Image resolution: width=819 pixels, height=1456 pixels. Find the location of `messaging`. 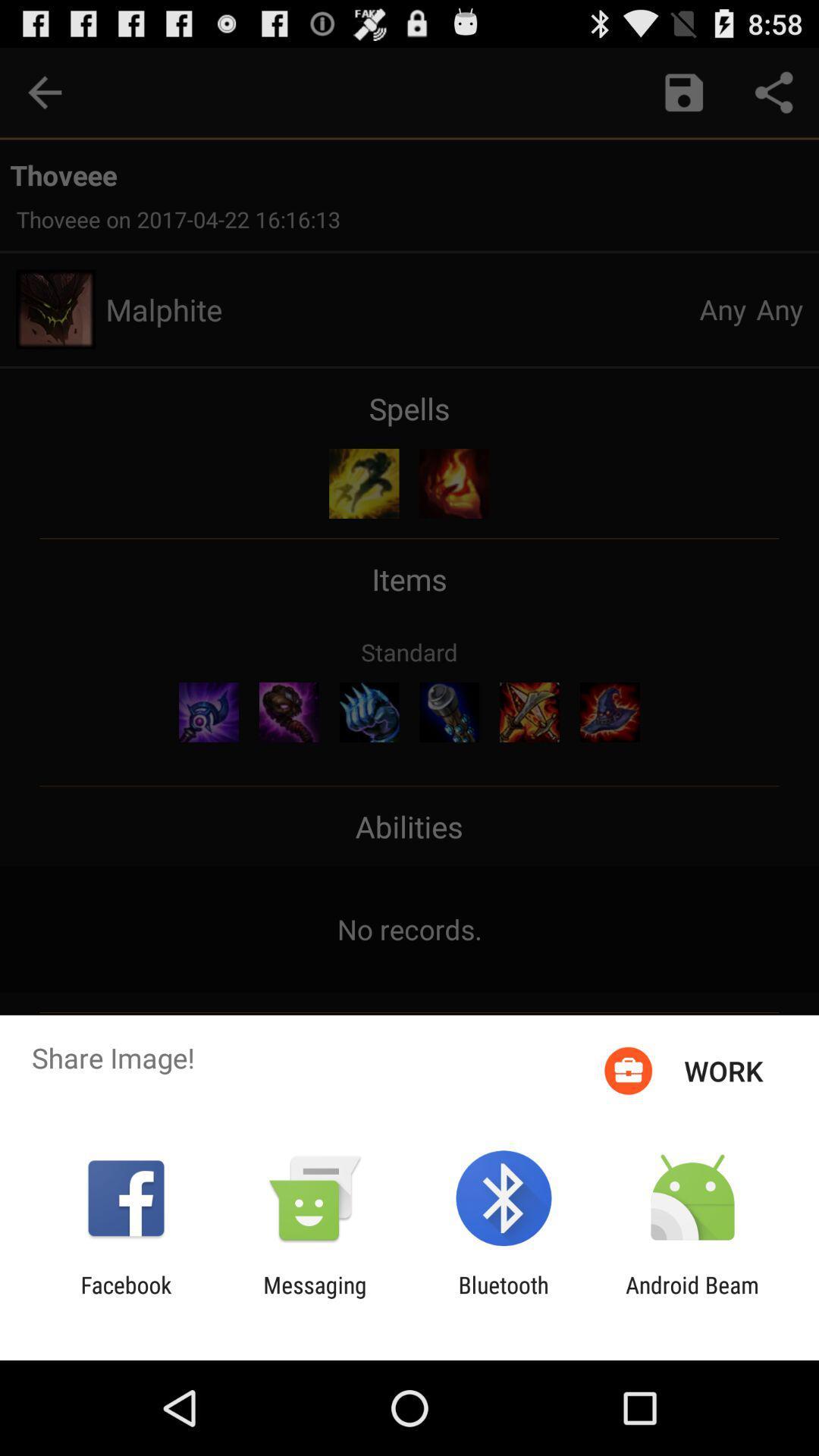

messaging is located at coordinates (314, 1298).